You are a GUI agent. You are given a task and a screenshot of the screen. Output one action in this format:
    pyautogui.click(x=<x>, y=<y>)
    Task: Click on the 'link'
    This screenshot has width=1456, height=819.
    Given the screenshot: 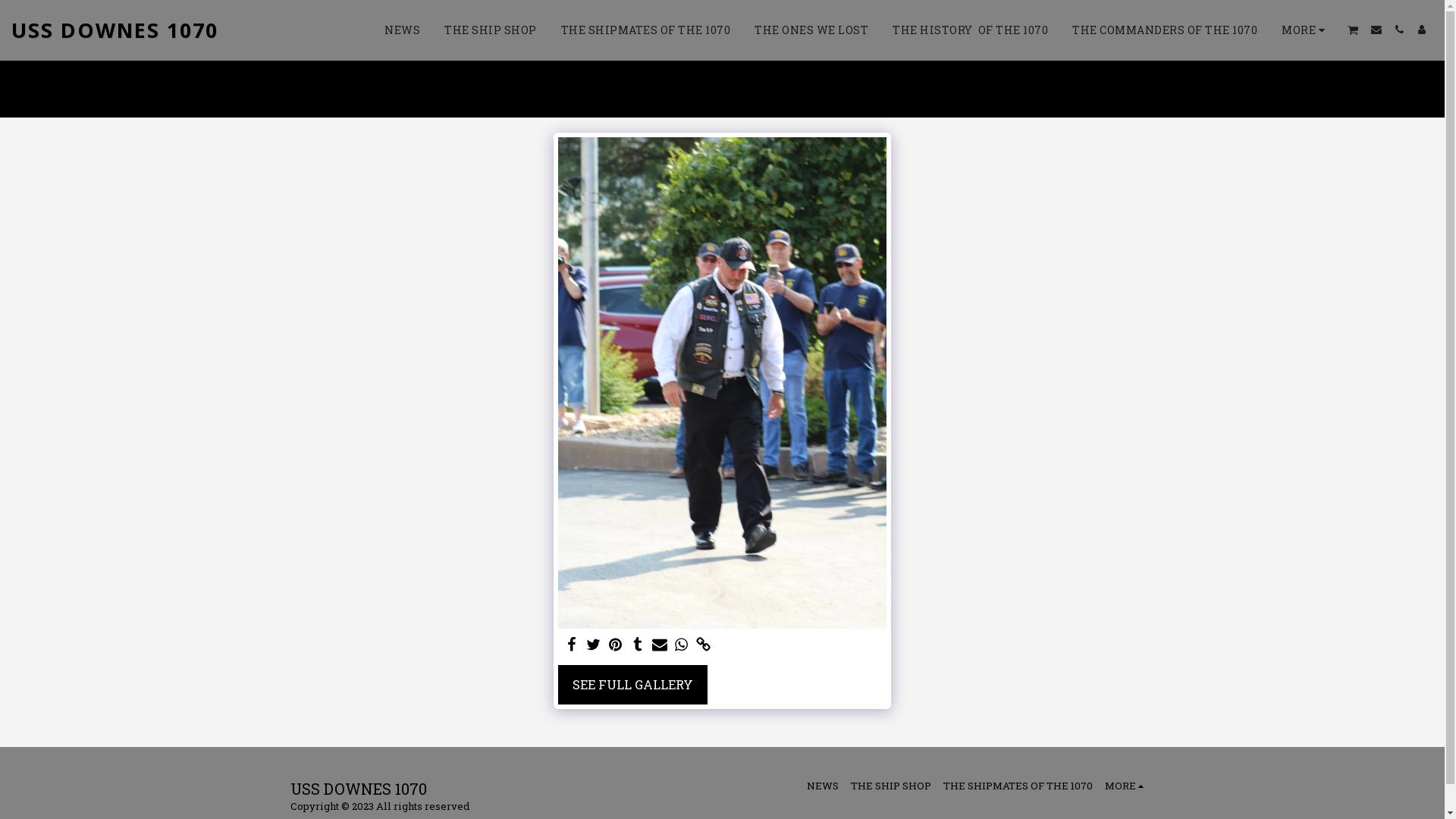 What is the action you would take?
    pyautogui.click(x=702, y=645)
    